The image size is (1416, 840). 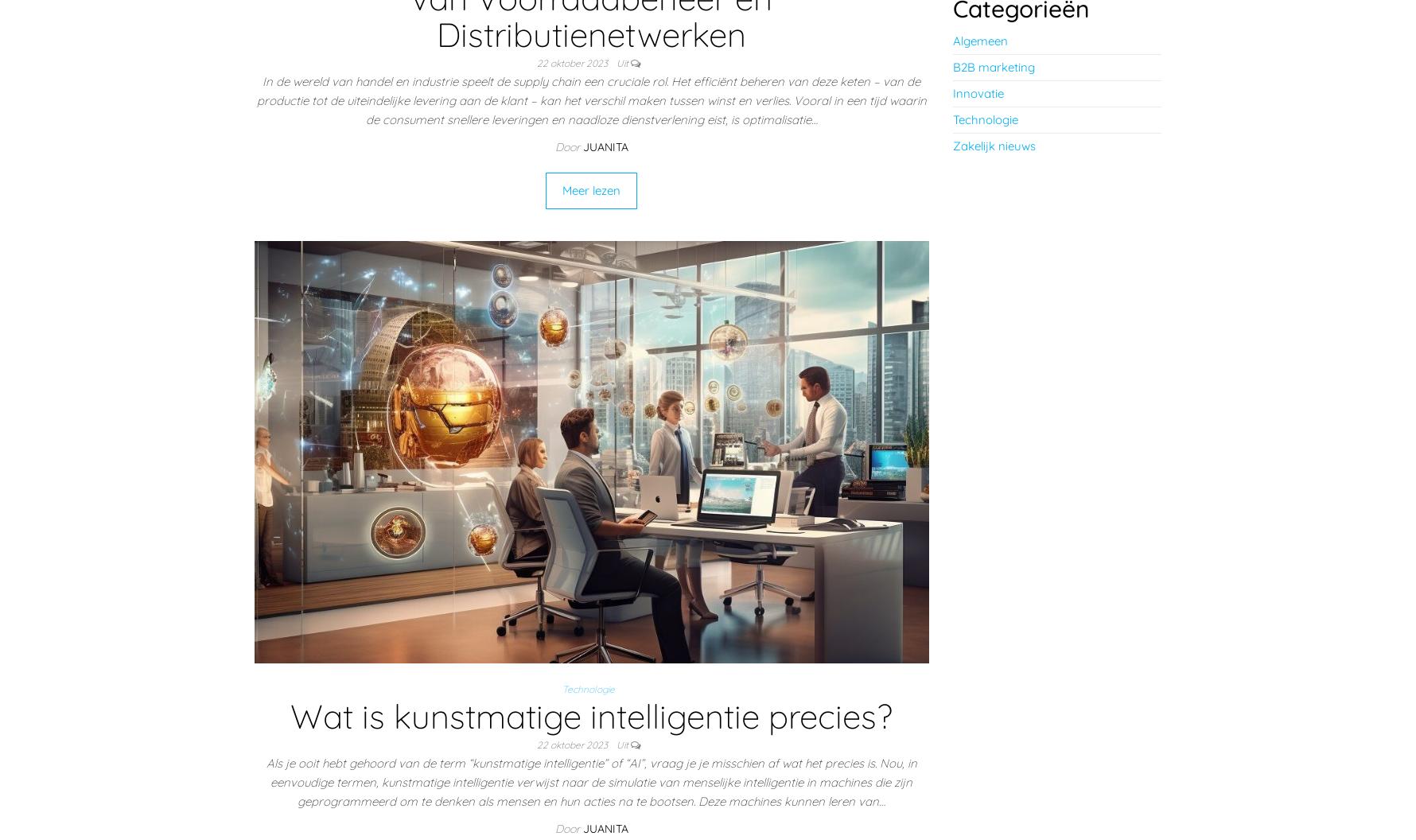 I want to click on 'B2B marketing', so click(x=993, y=66).